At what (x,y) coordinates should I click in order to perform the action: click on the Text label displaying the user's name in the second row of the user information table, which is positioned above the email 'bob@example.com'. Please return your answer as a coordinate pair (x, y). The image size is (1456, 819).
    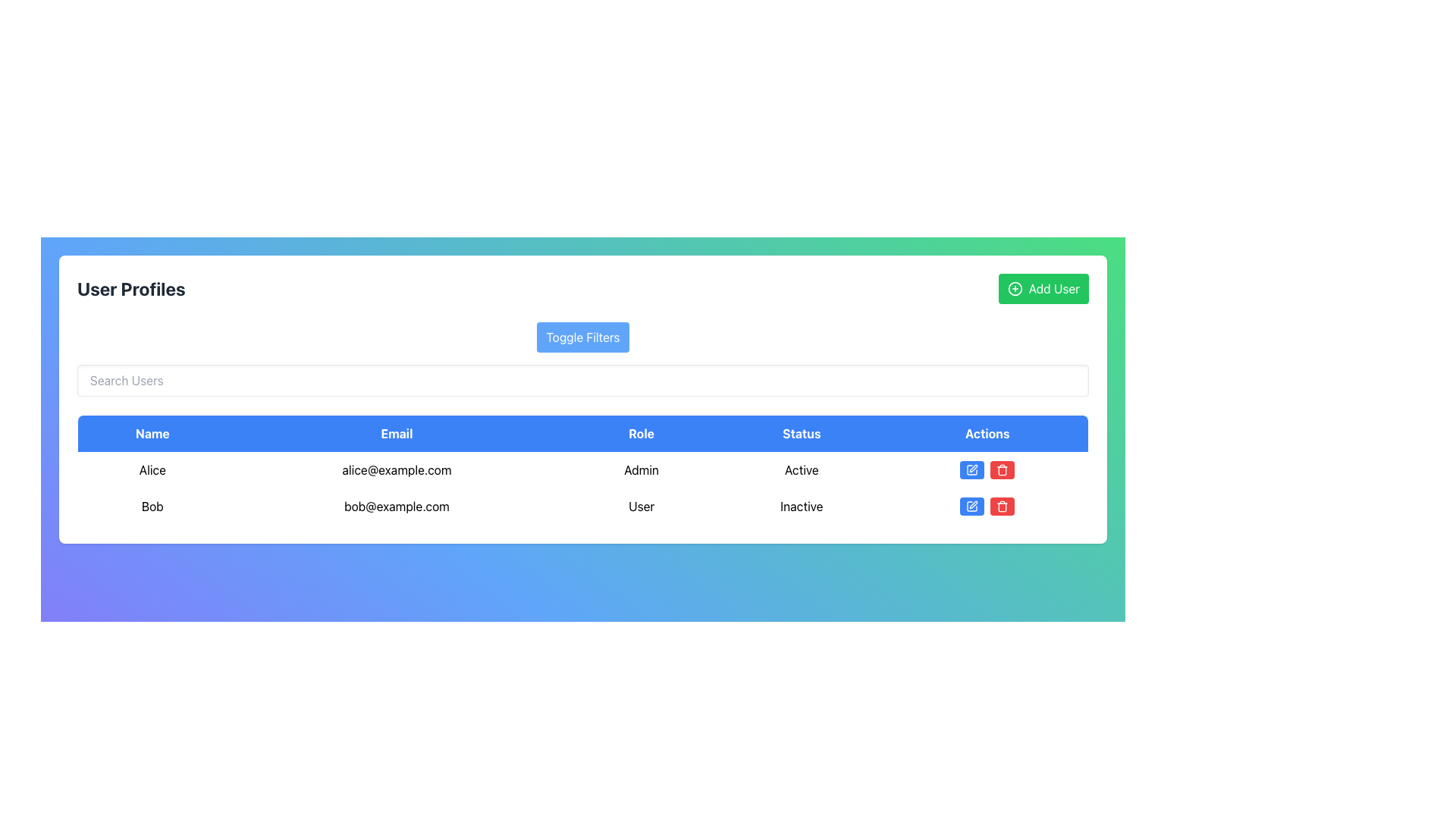
    Looking at the image, I should click on (152, 507).